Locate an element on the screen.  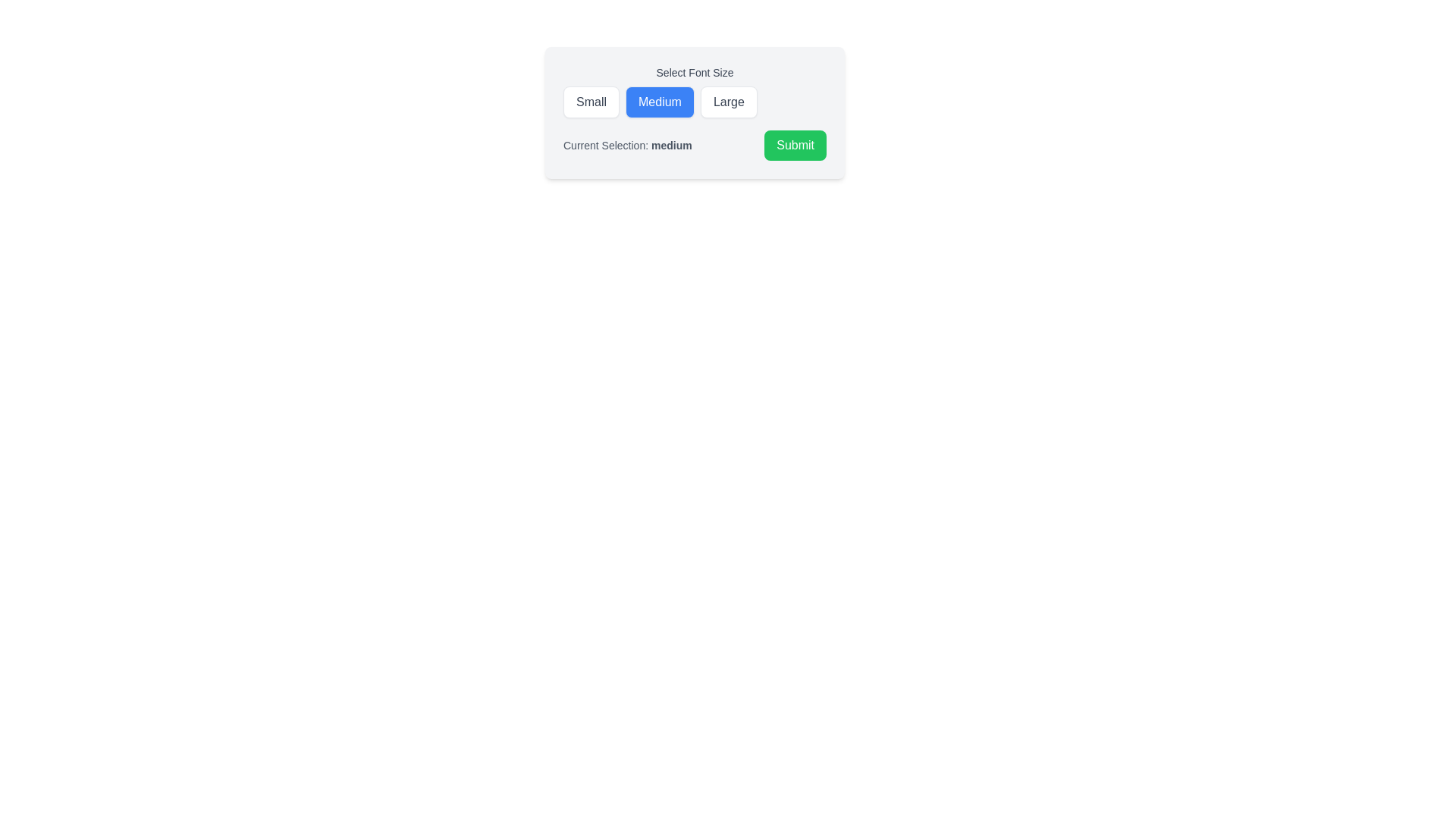
the static text label that displays the user's current font size selection, located below the font size options and adjacent to the green 'Submit' button is located at coordinates (627, 146).